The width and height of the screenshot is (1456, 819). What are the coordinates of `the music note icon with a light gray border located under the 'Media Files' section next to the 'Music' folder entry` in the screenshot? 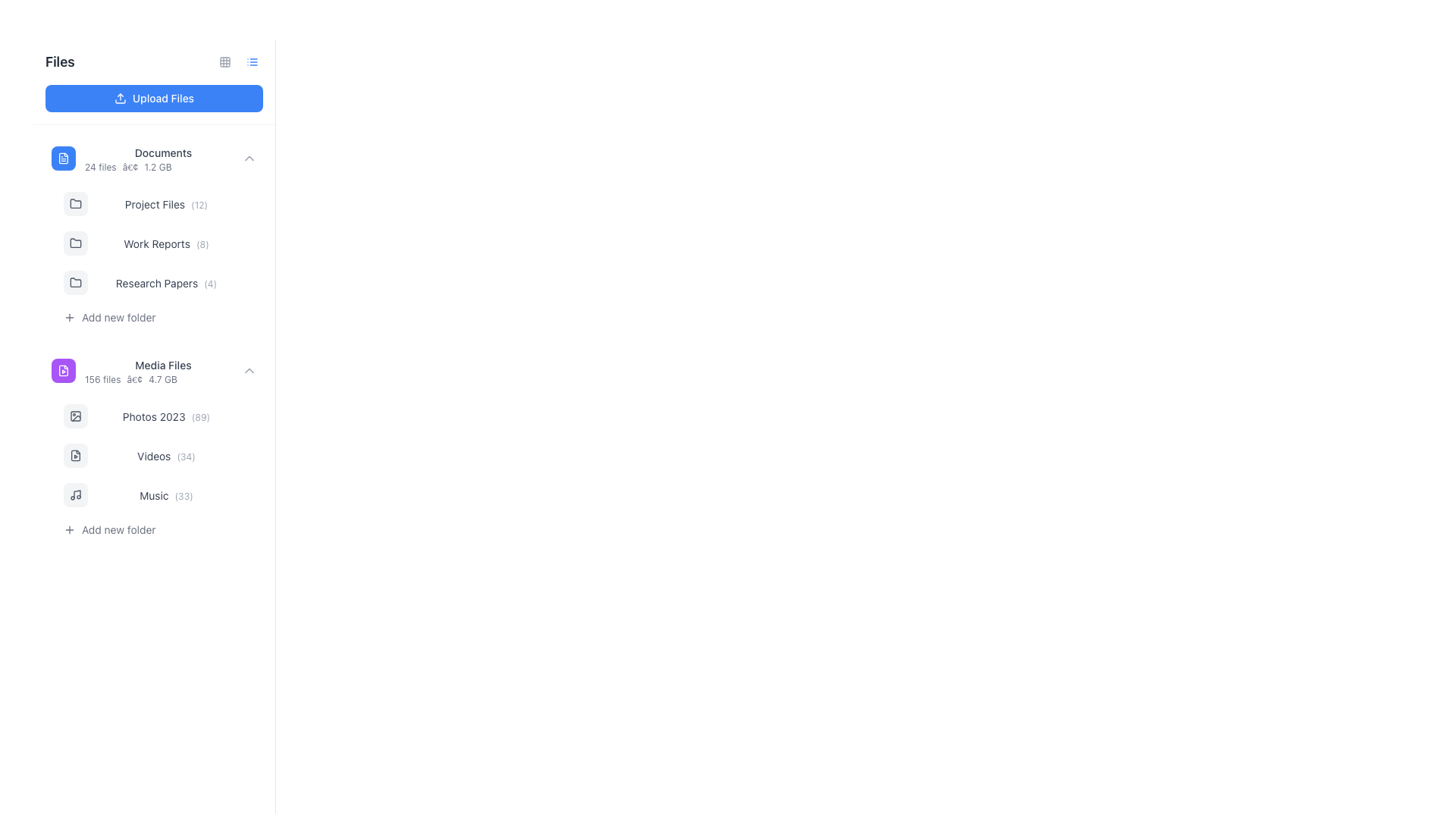 It's located at (75, 494).